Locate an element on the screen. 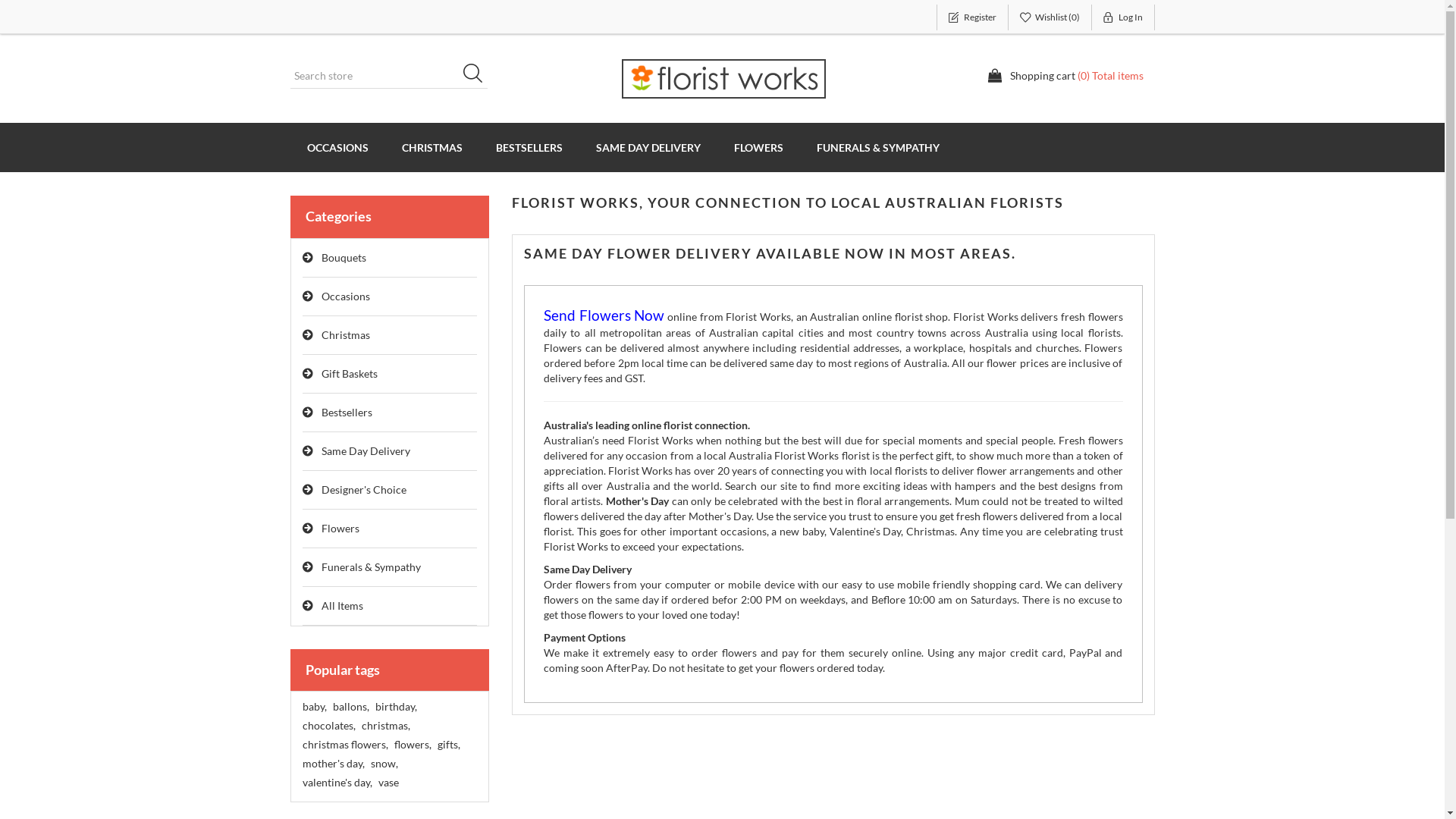 Image resolution: width=1456 pixels, height=819 pixels. 'flowers,' is located at coordinates (413, 744).